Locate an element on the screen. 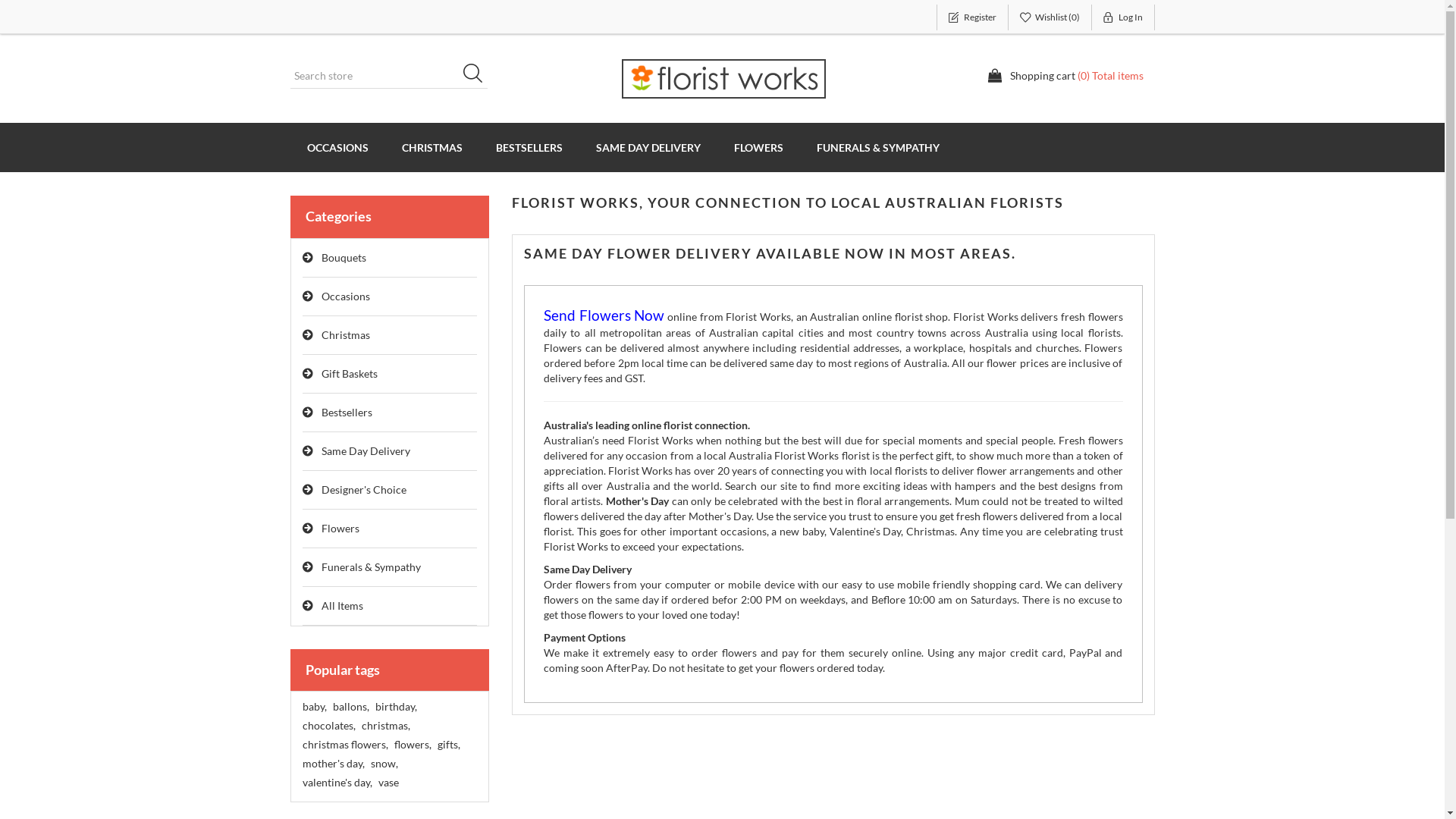 Image resolution: width=1456 pixels, height=819 pixels. 'flowers,' is located at coordinates (413, 744).